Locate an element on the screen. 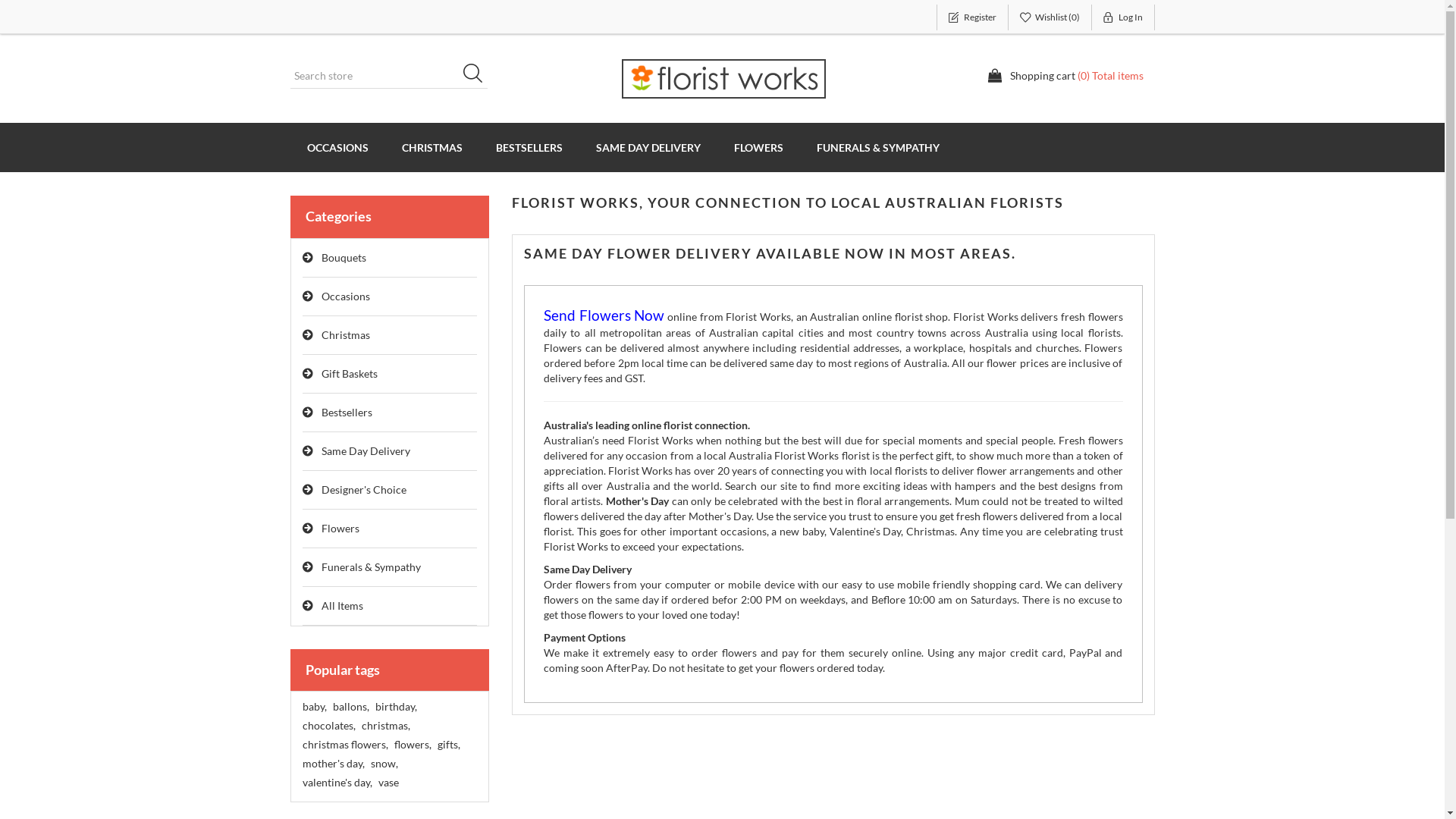 Image resolution: width=1456 pixels, height=819 pixels. 'flowers,' is located at coordinates (413, 744).